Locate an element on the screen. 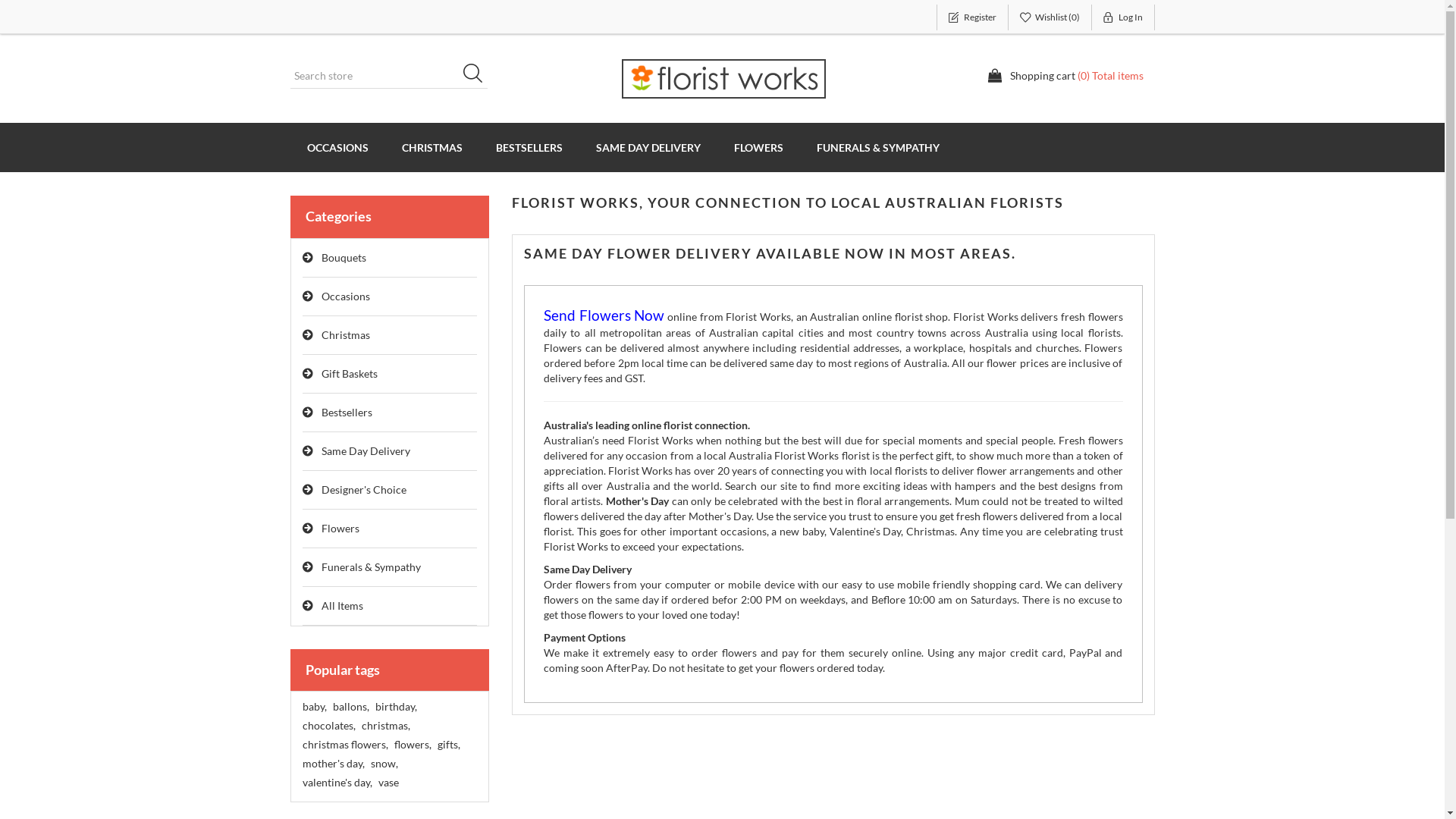 Image resolution: width=1456 pixels, height=819 pixels. 'flowers,' is located at coordinates (413, 744).